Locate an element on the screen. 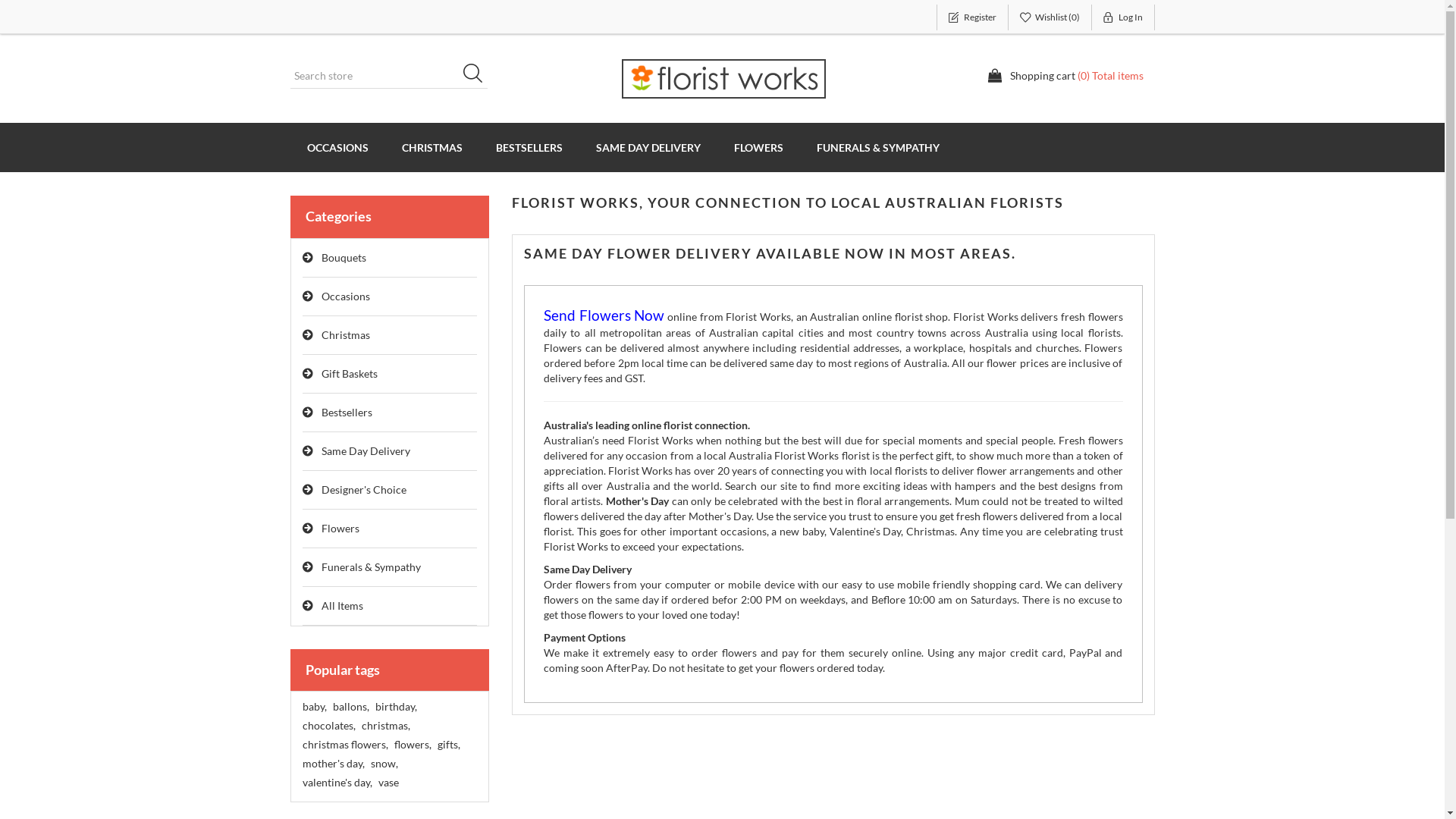 Image resolution: width=1456 pixels, height=819 pixels. 'flowers,' is located at coordinates (413, 744).